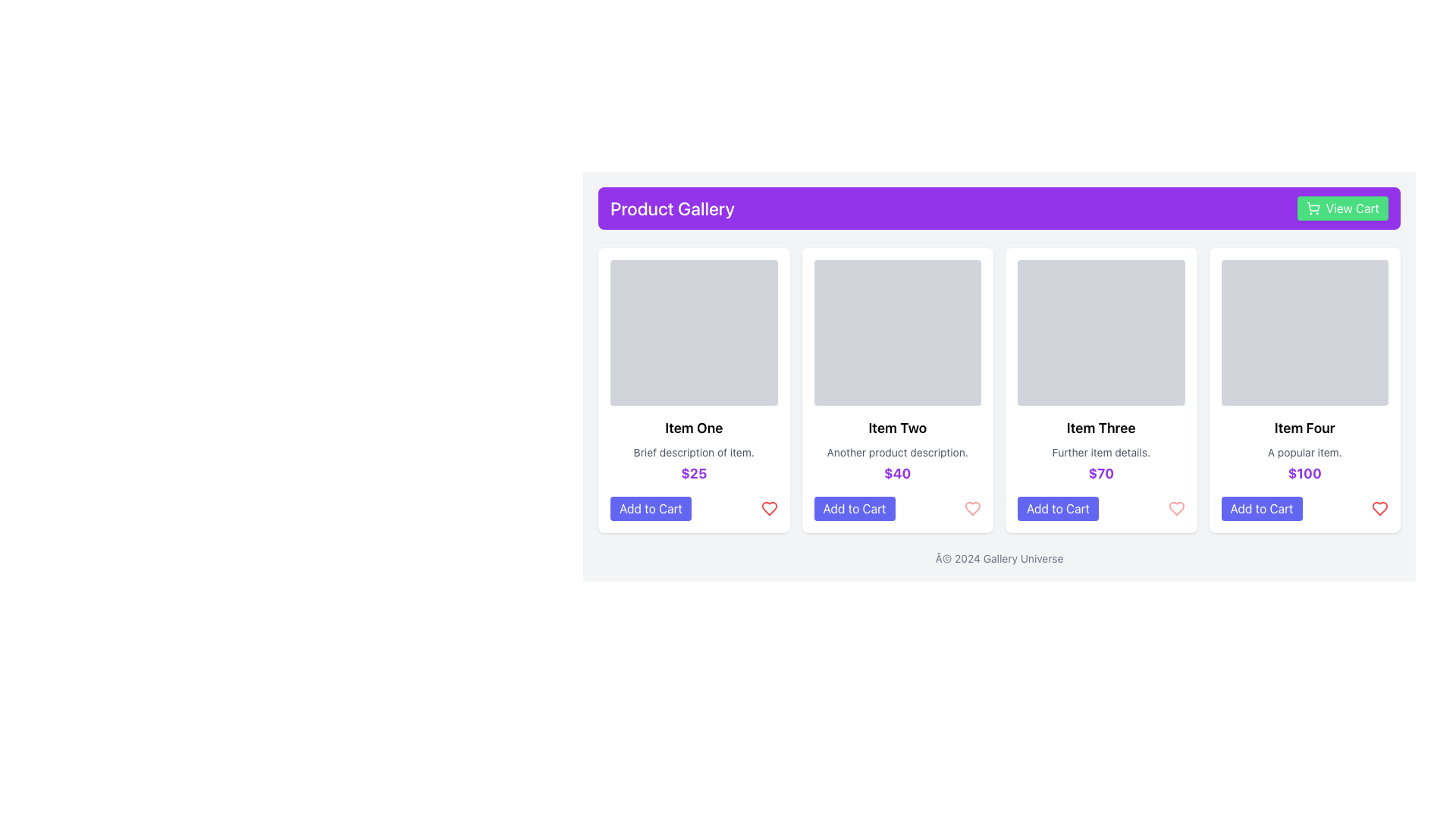  Describe the element at coordinates (972, 509) in the screenshot. I see `the heart-shaped icon outlined in red located at the bottom-right corner of the 'Item Two' card in the product gallery interface` at that location.